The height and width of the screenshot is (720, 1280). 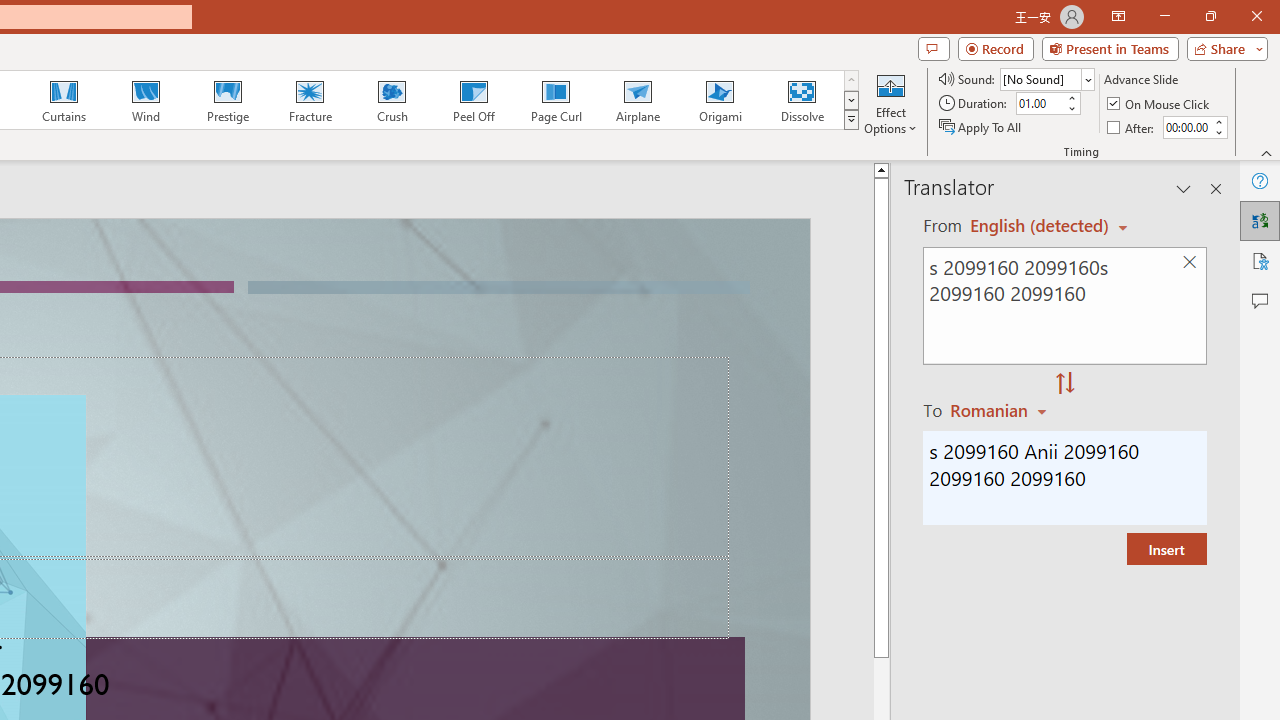 I want to click on 'After', so click(x=1132, y=127).